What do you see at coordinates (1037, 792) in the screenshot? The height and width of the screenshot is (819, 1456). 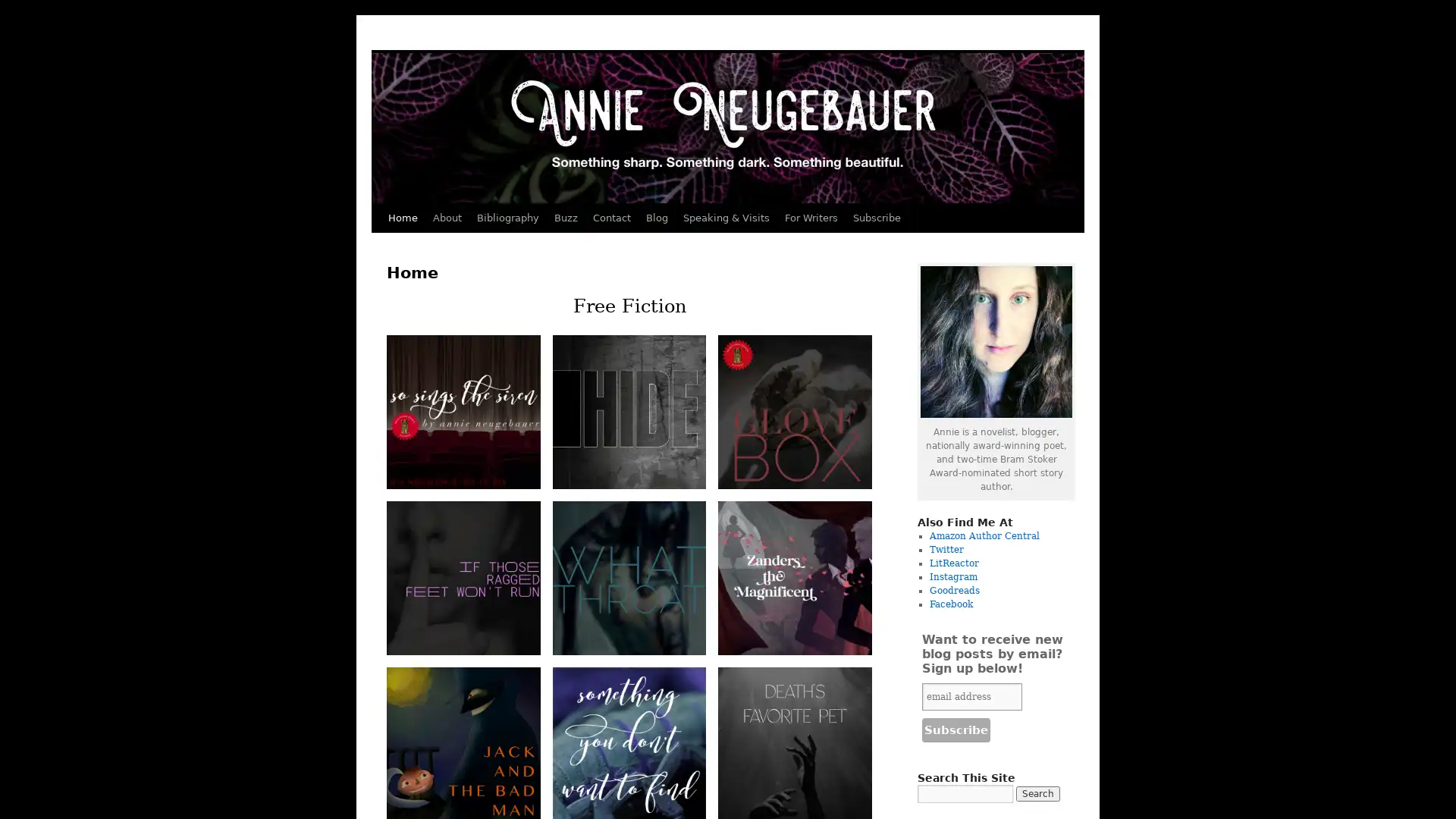 I see `Search` at bounding box center [1037, 792].